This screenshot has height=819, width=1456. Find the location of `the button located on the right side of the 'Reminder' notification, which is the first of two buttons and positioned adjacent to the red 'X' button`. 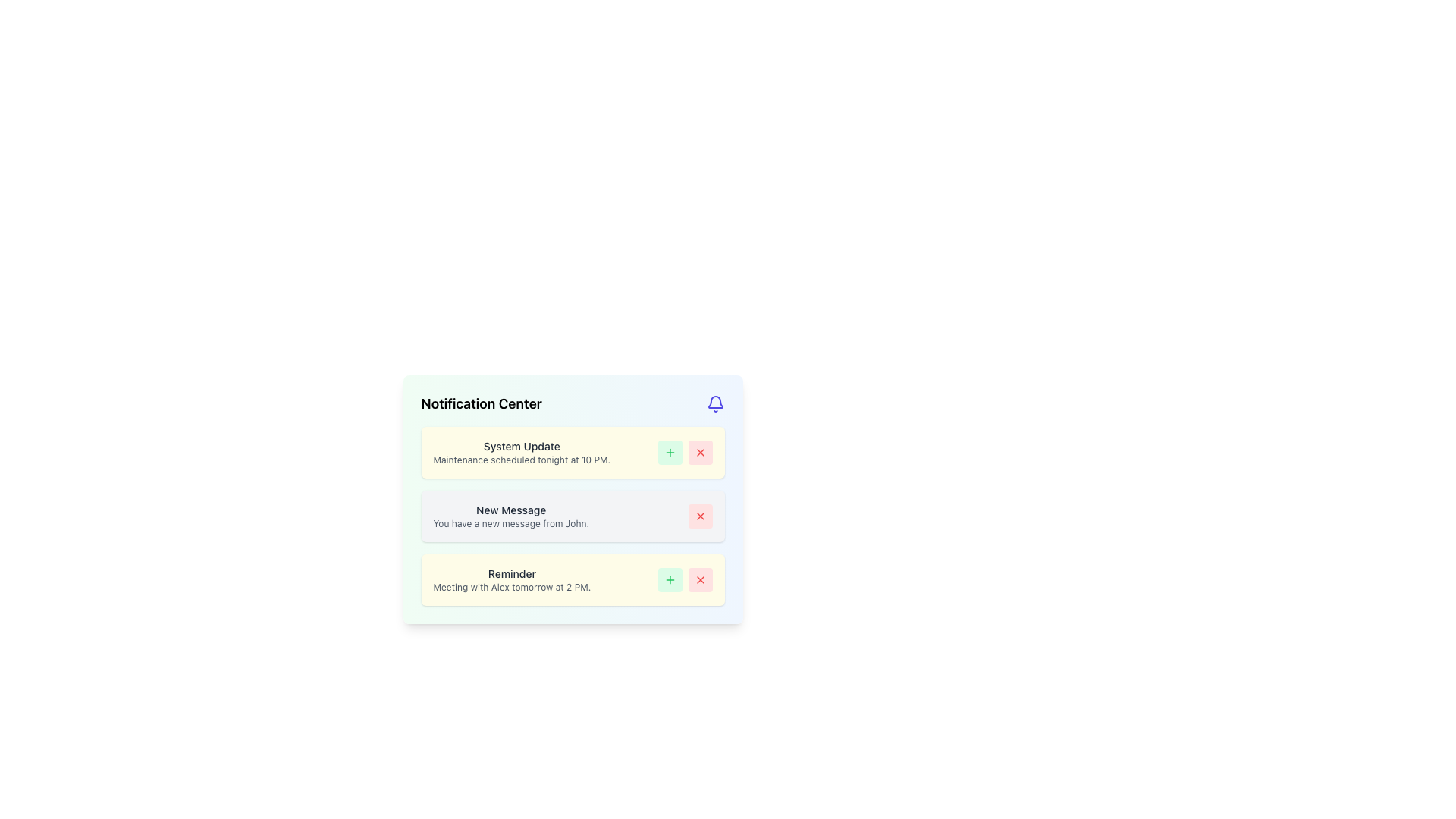

the button located on the right side of the 'Reminder' notification, which is the first of two buttons and positioned adjacent to the red 'X' button is located at coordinates (669, 579).